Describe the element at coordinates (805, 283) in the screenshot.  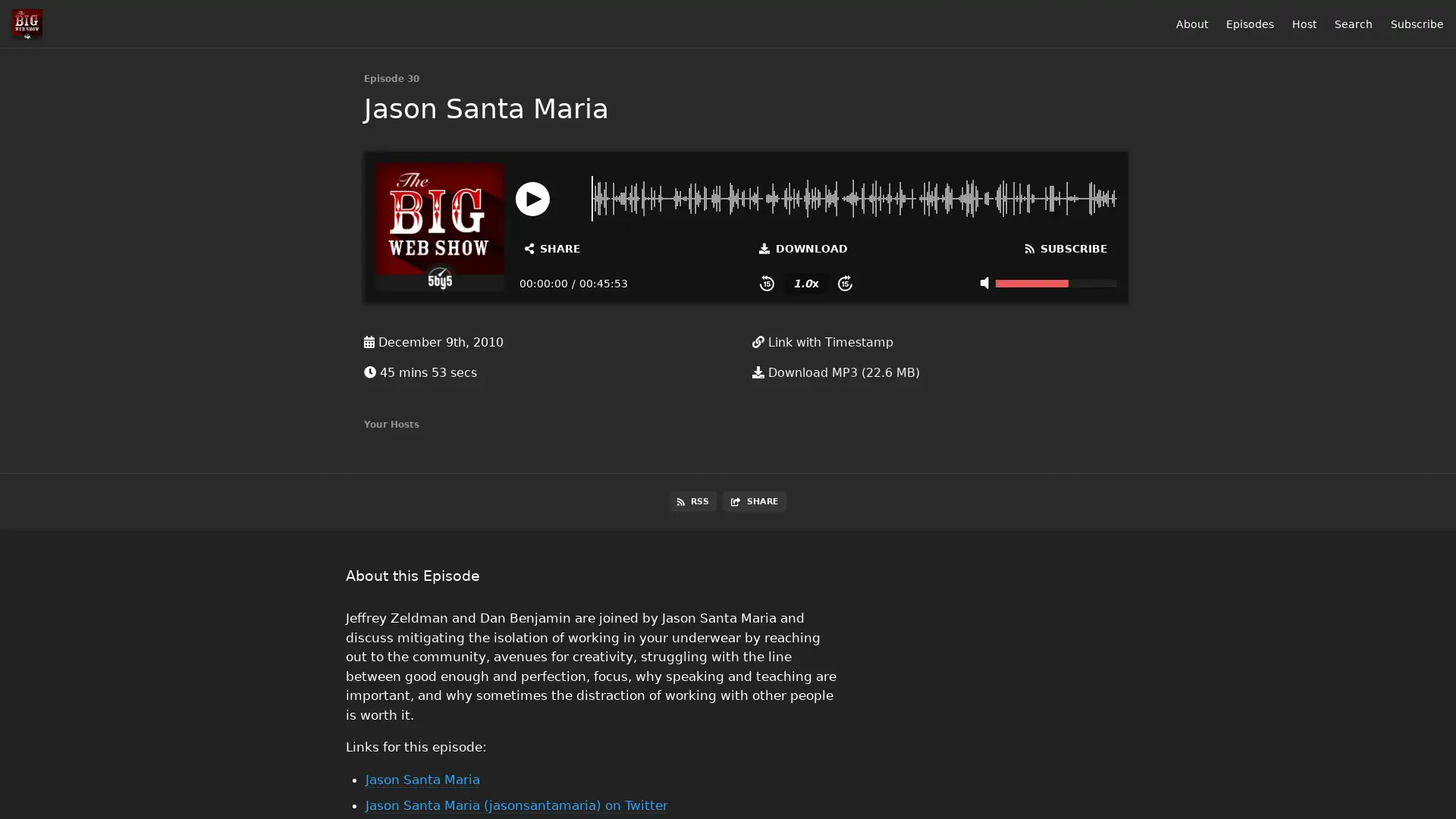
I see `Change Playback Speed` at that location.